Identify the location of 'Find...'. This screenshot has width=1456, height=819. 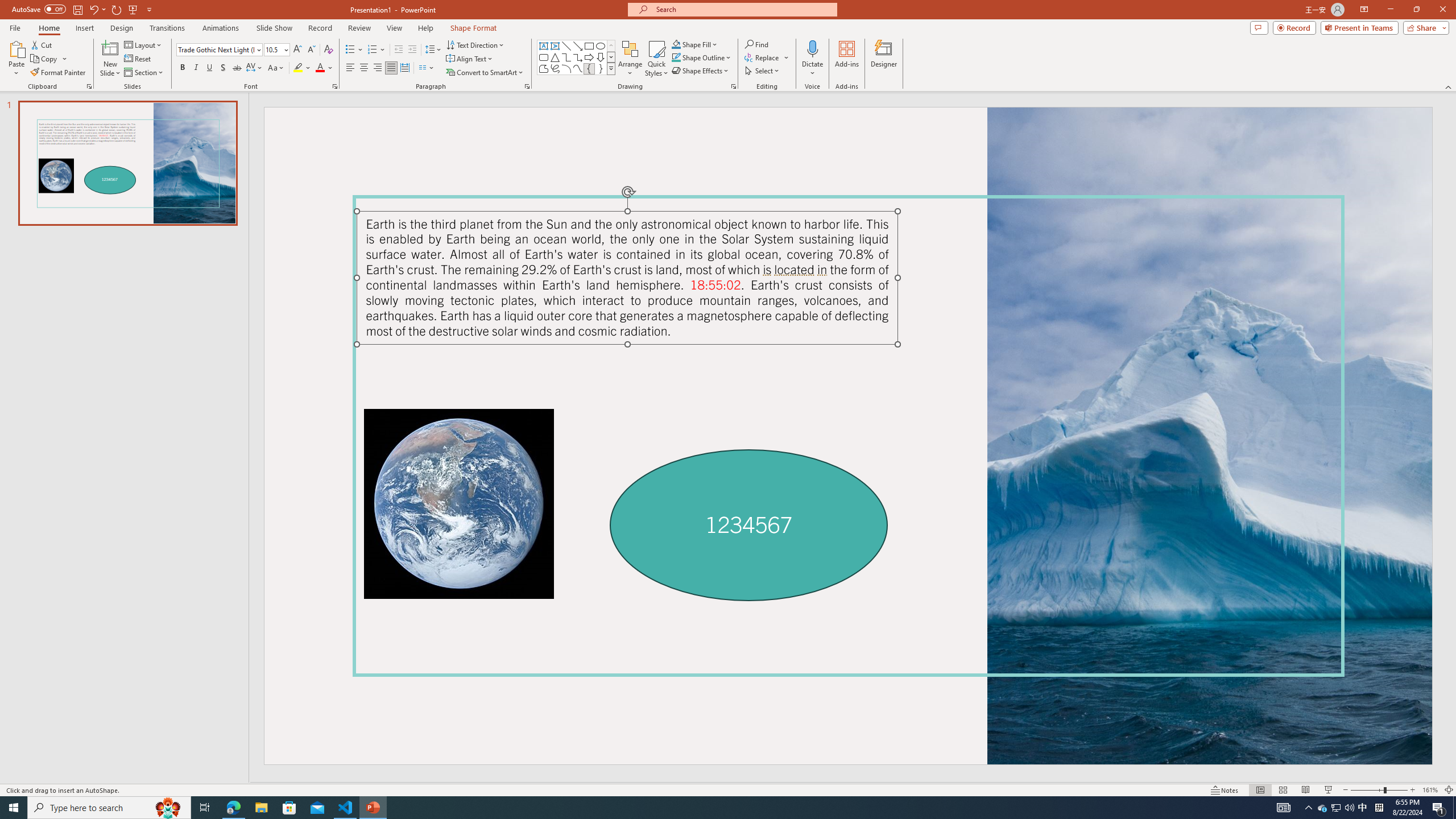
(756, 44).